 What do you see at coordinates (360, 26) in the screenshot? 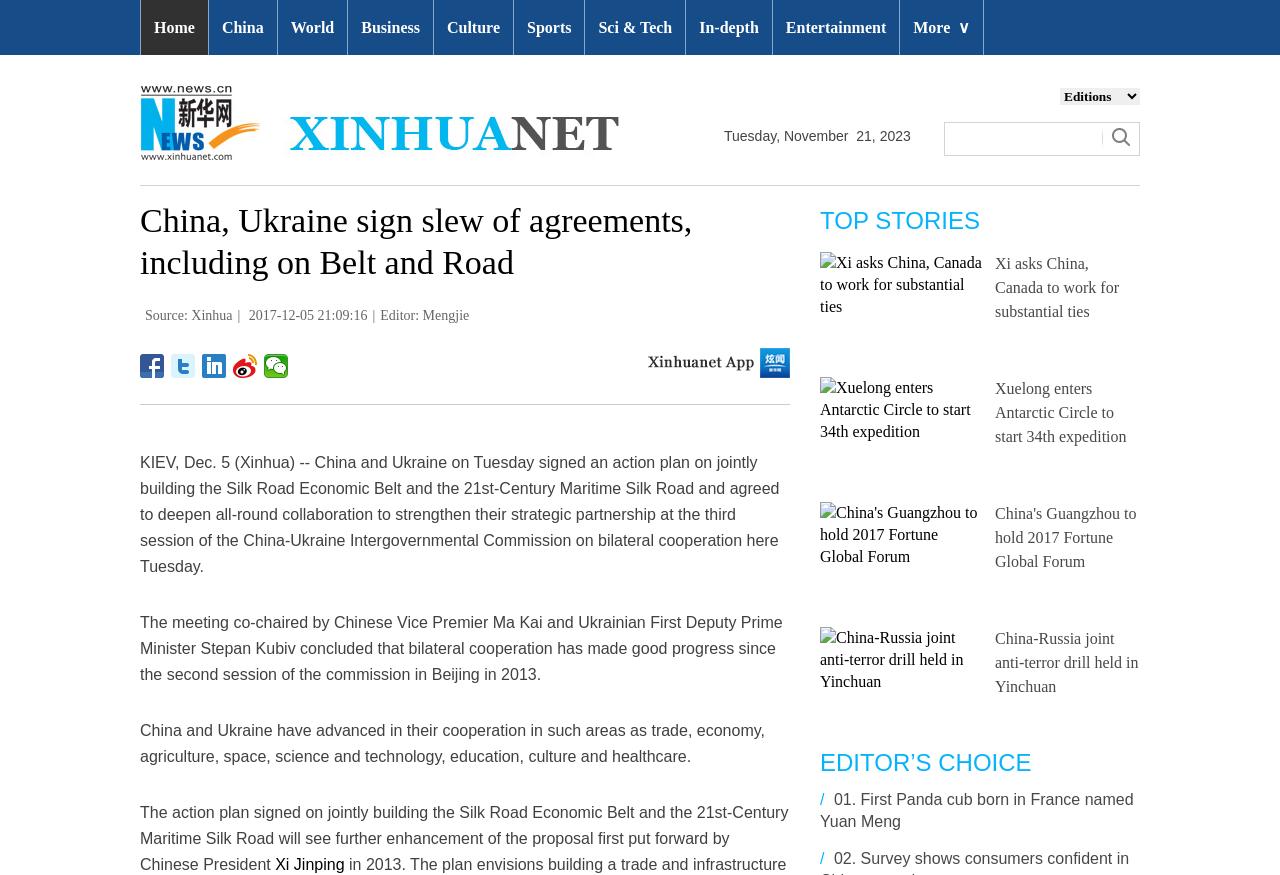
I see `'Business'` at bounding box center [360, 26].